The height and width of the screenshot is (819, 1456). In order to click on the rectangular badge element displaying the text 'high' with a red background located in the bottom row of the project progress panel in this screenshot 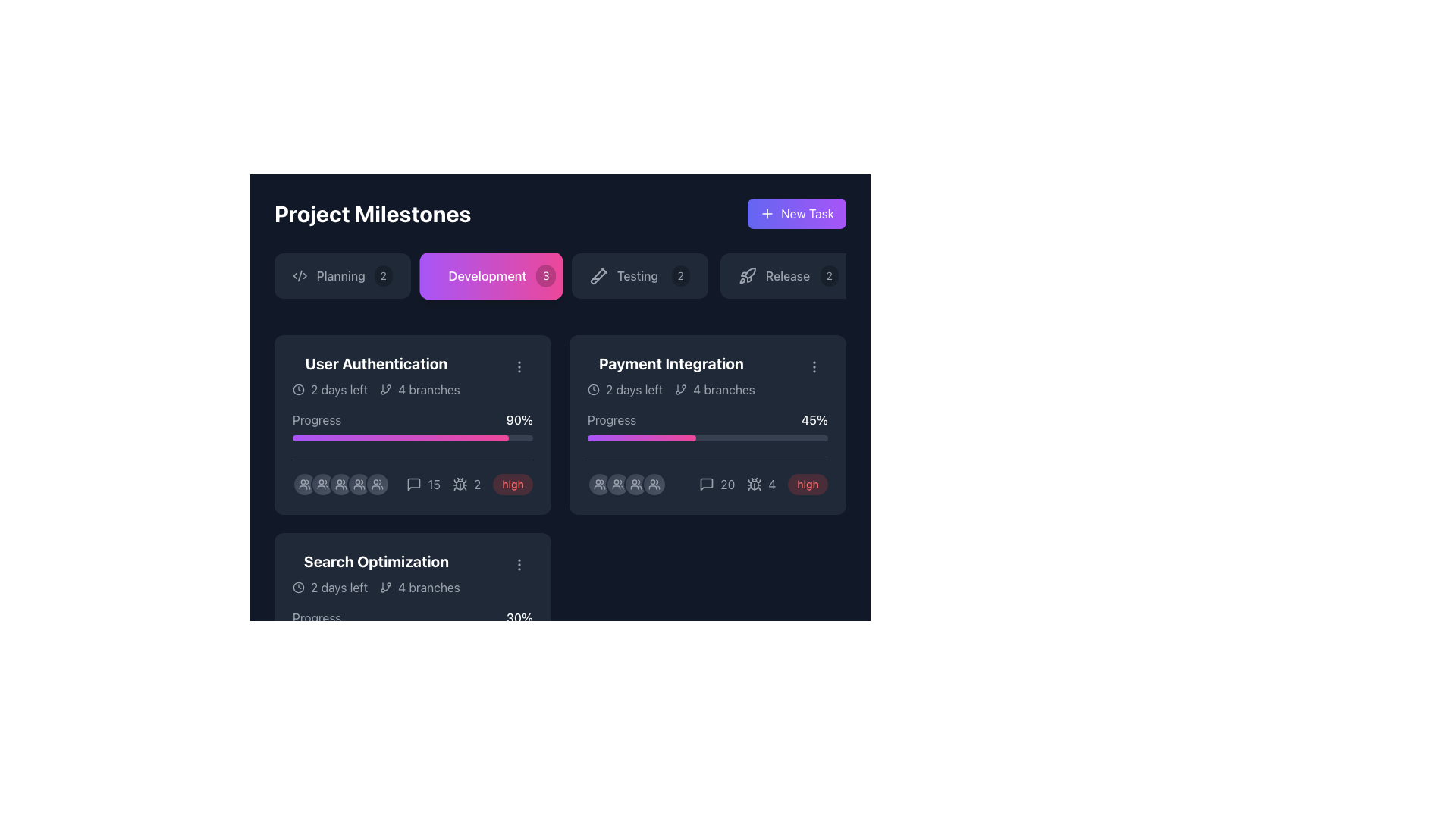, I will do `click(513, 485)`.